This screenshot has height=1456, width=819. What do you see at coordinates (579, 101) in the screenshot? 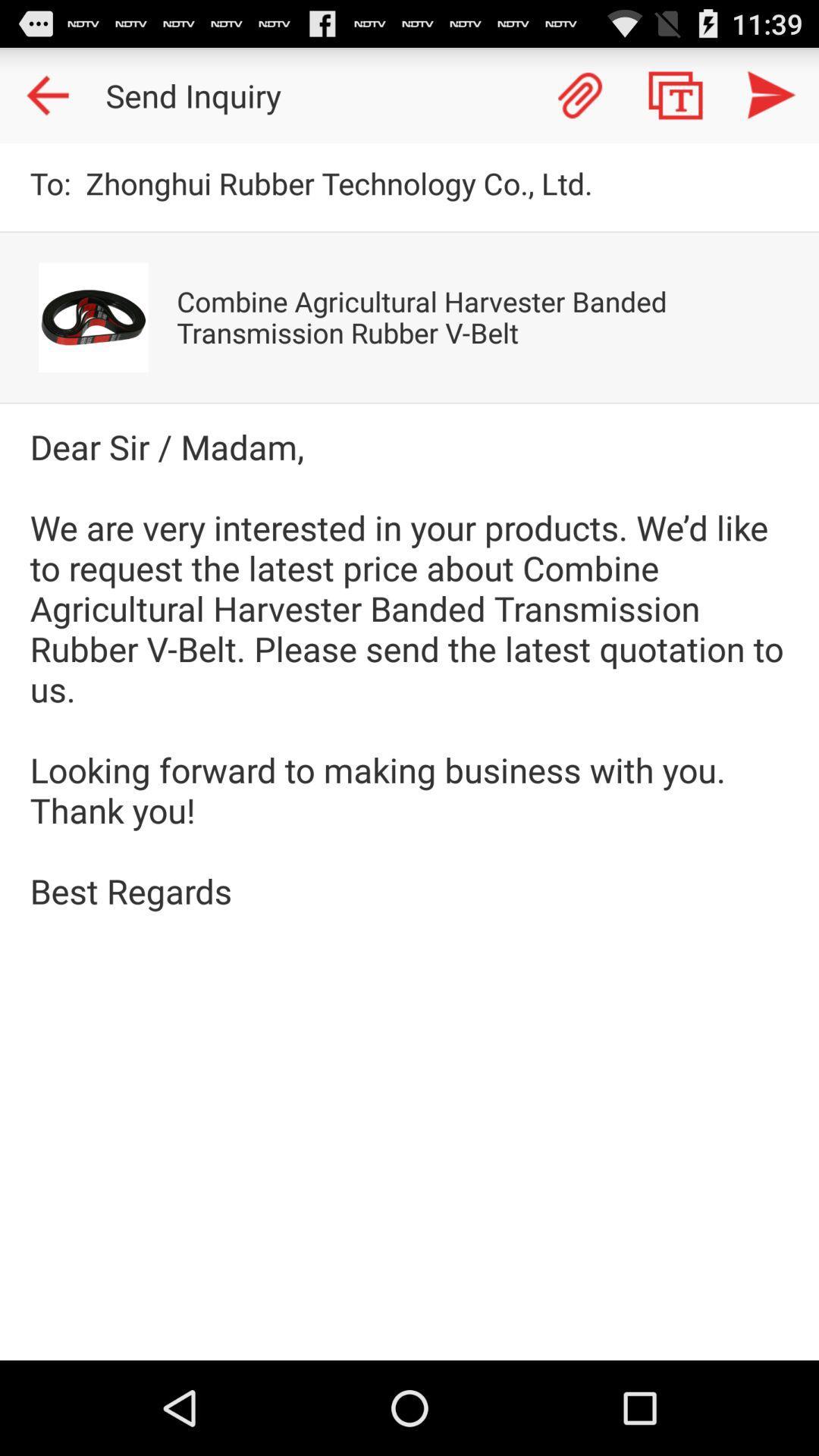
I see `the attach_file icon` at bounding box center [579, 101].